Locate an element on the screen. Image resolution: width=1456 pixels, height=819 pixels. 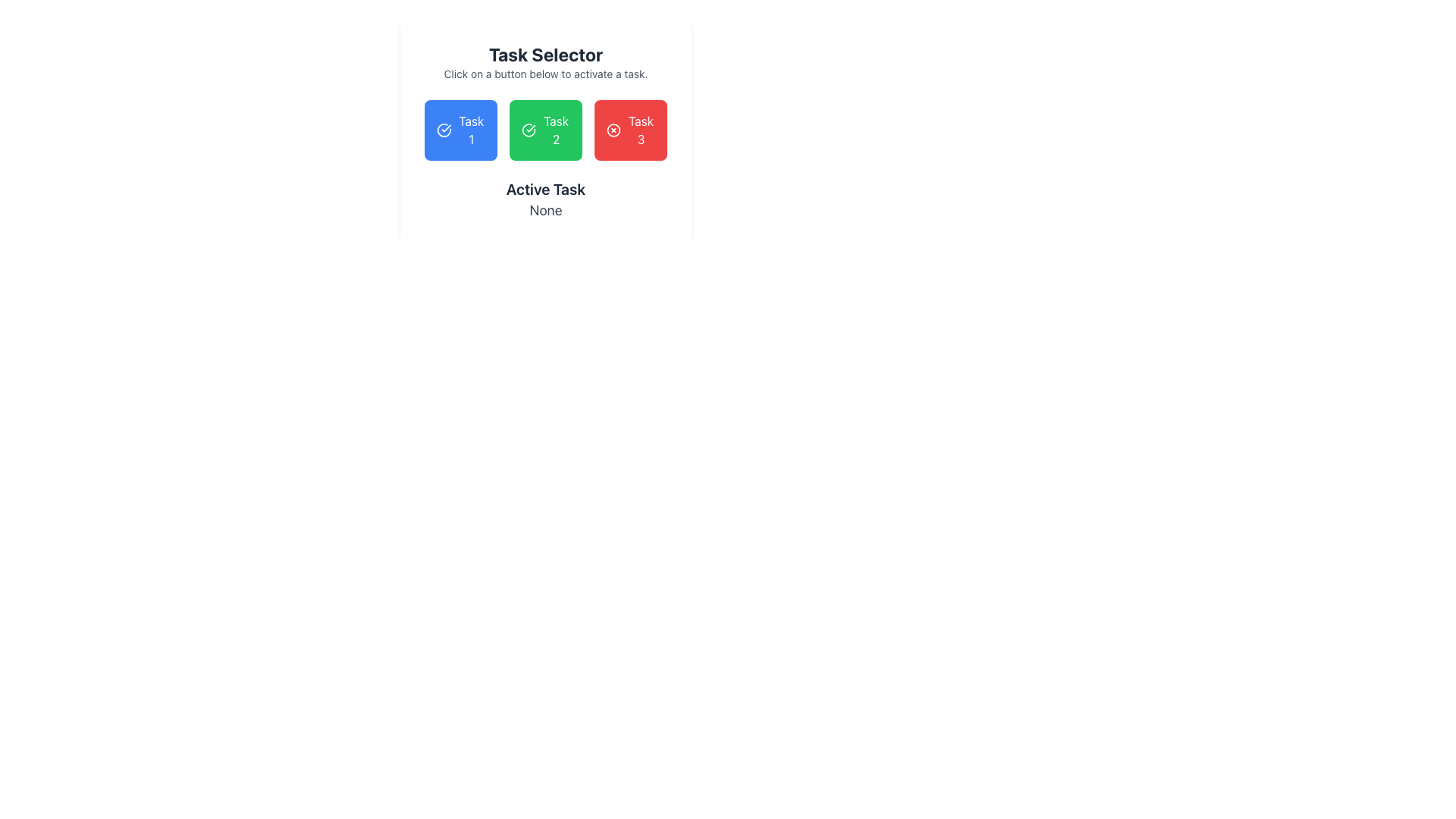
the green button labeled 'Task 2' with a check-mark icon is located at coordinates (546, 130).